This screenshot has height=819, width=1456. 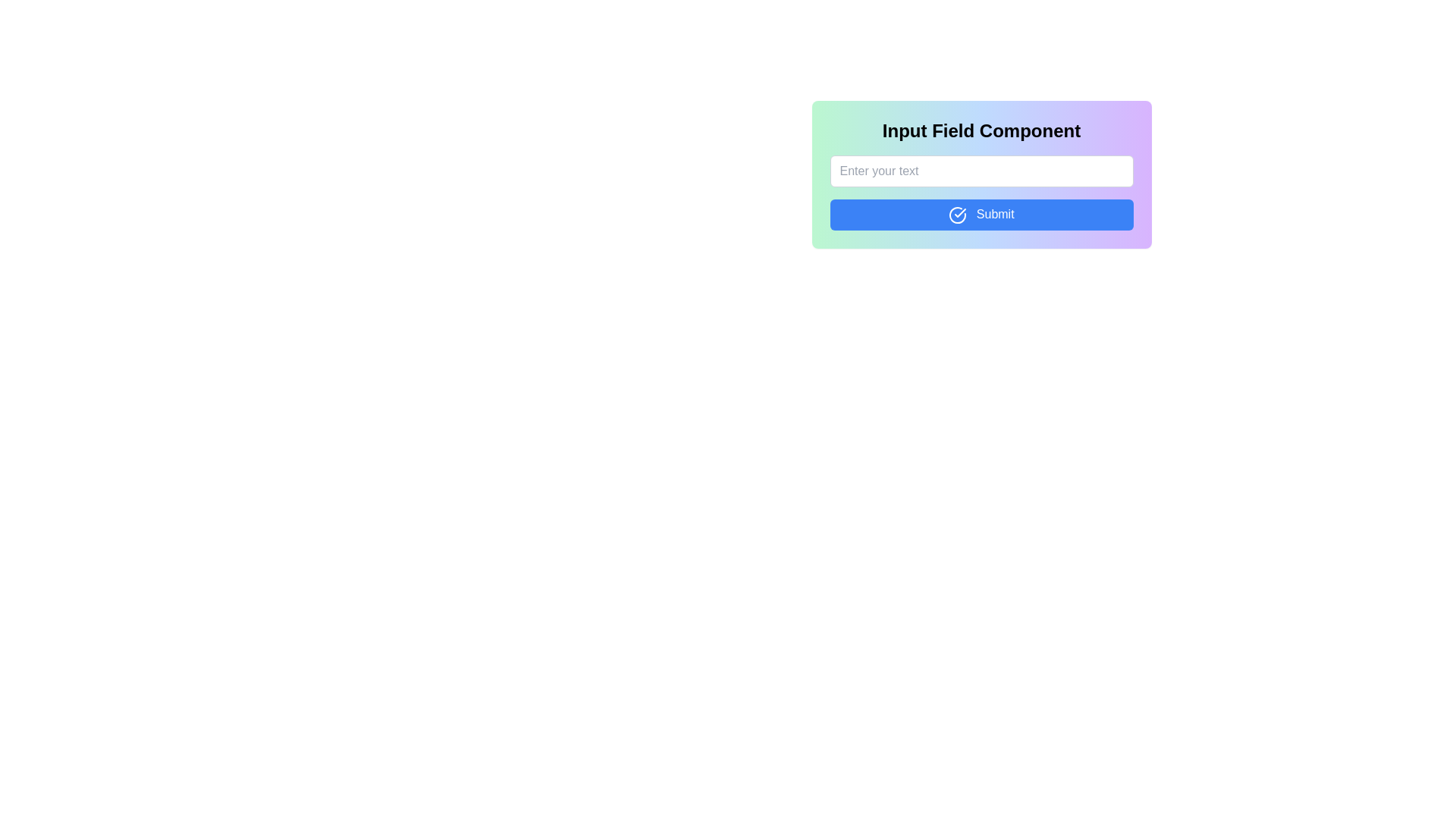 What do you see at coordinates (957, 215) in the screenshot?
I see `the 'Submit' button icon, which visually indicates a confirmation action, located towards the left side of the 'Submit' text label` at bounding box center [957, 215].